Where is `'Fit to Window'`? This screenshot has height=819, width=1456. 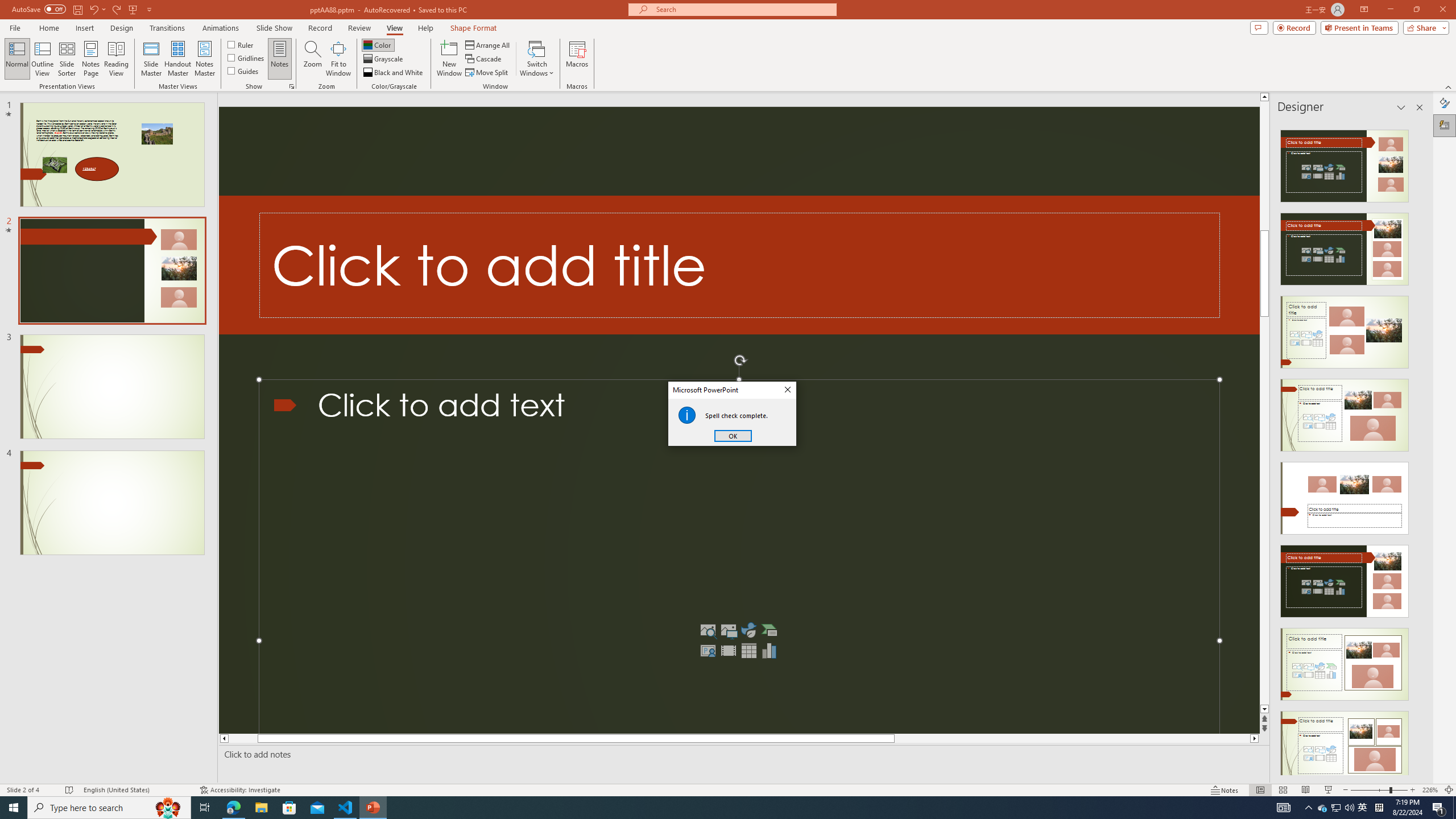 'Fit to Window' is located at coordinates (338, 59).